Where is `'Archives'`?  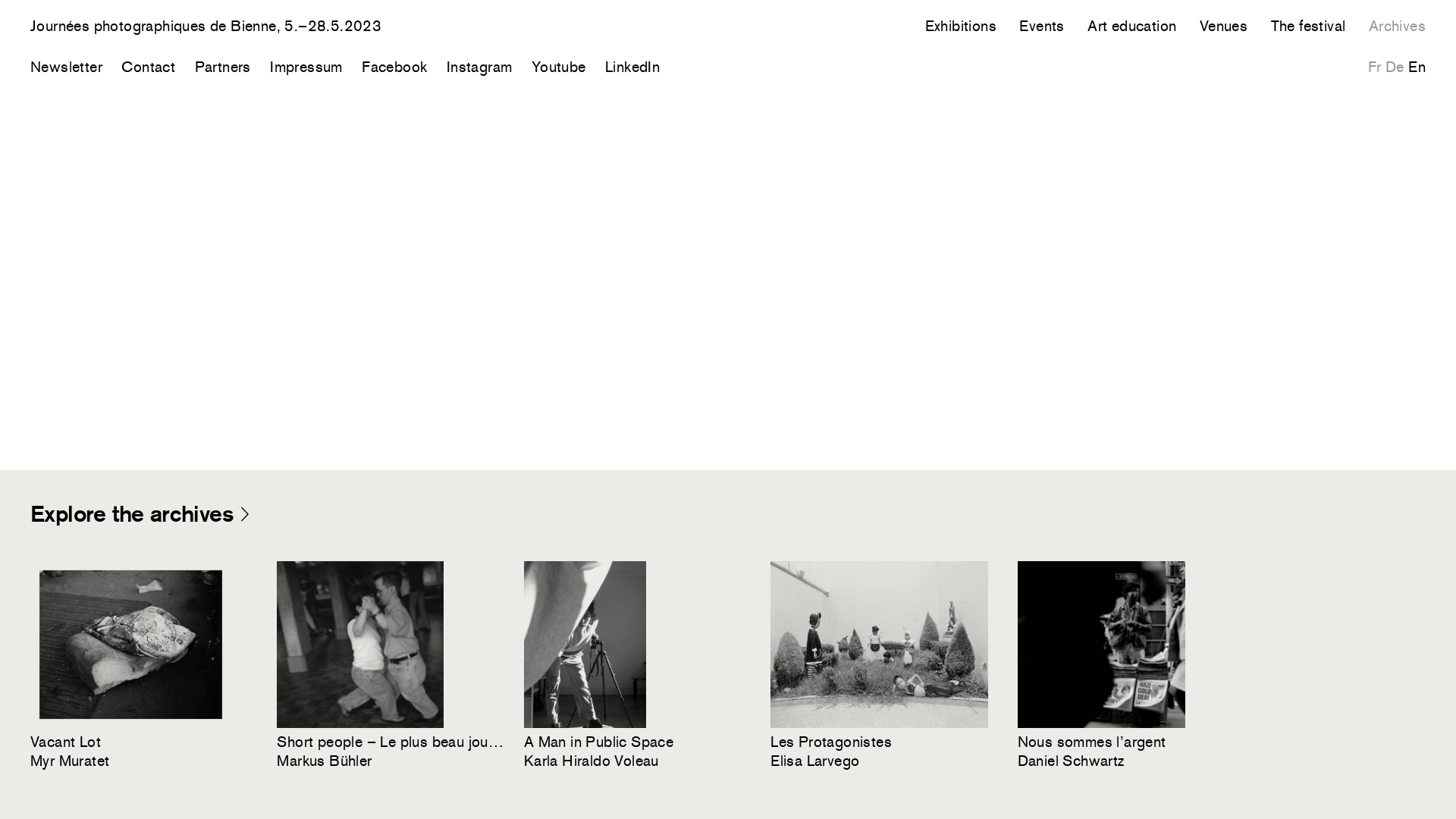
'Archives' is located at coordinates (1396, 26).